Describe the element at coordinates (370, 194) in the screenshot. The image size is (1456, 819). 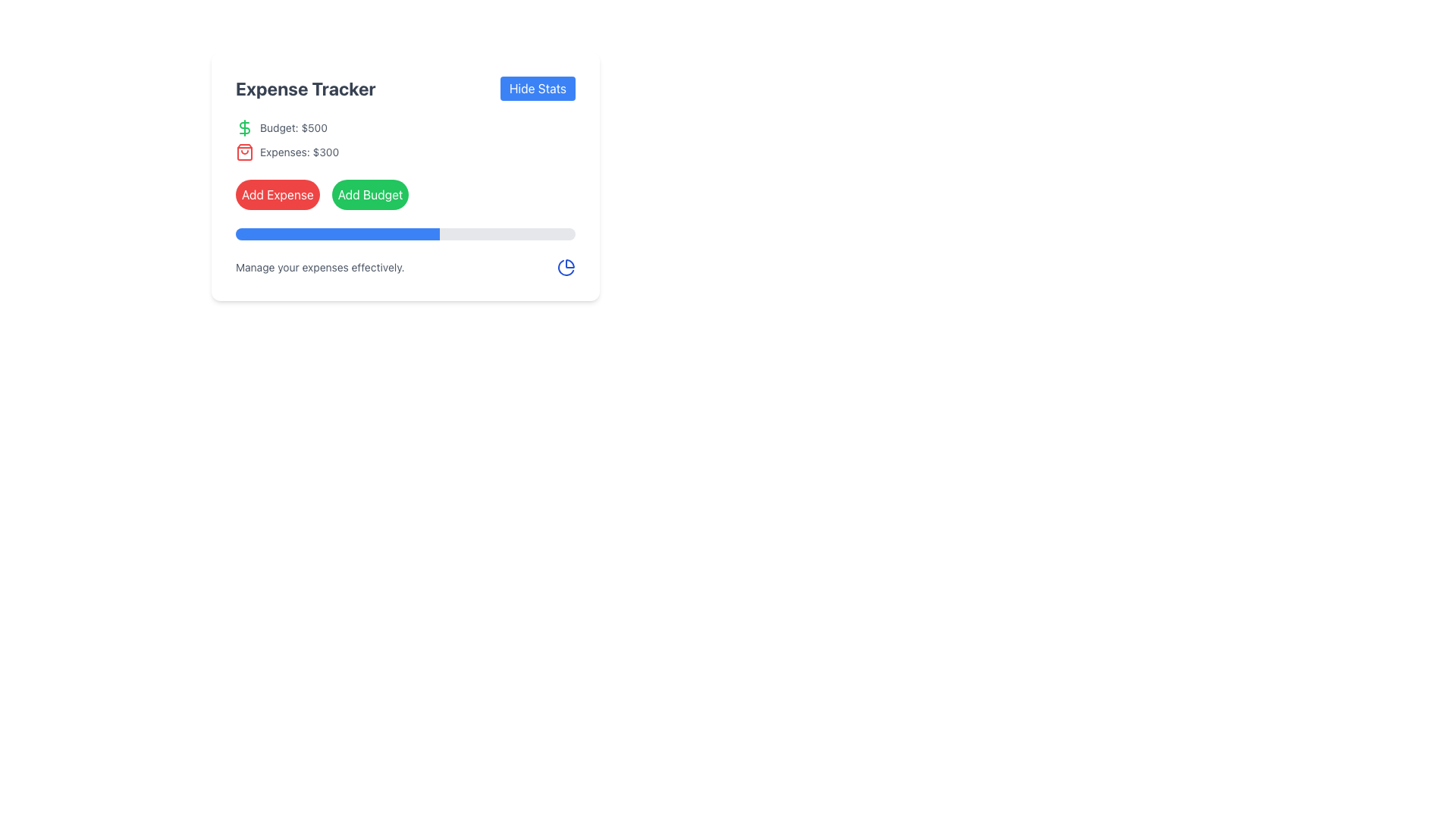
I see `the green circular button labeled 'Add Budget'` at that location.